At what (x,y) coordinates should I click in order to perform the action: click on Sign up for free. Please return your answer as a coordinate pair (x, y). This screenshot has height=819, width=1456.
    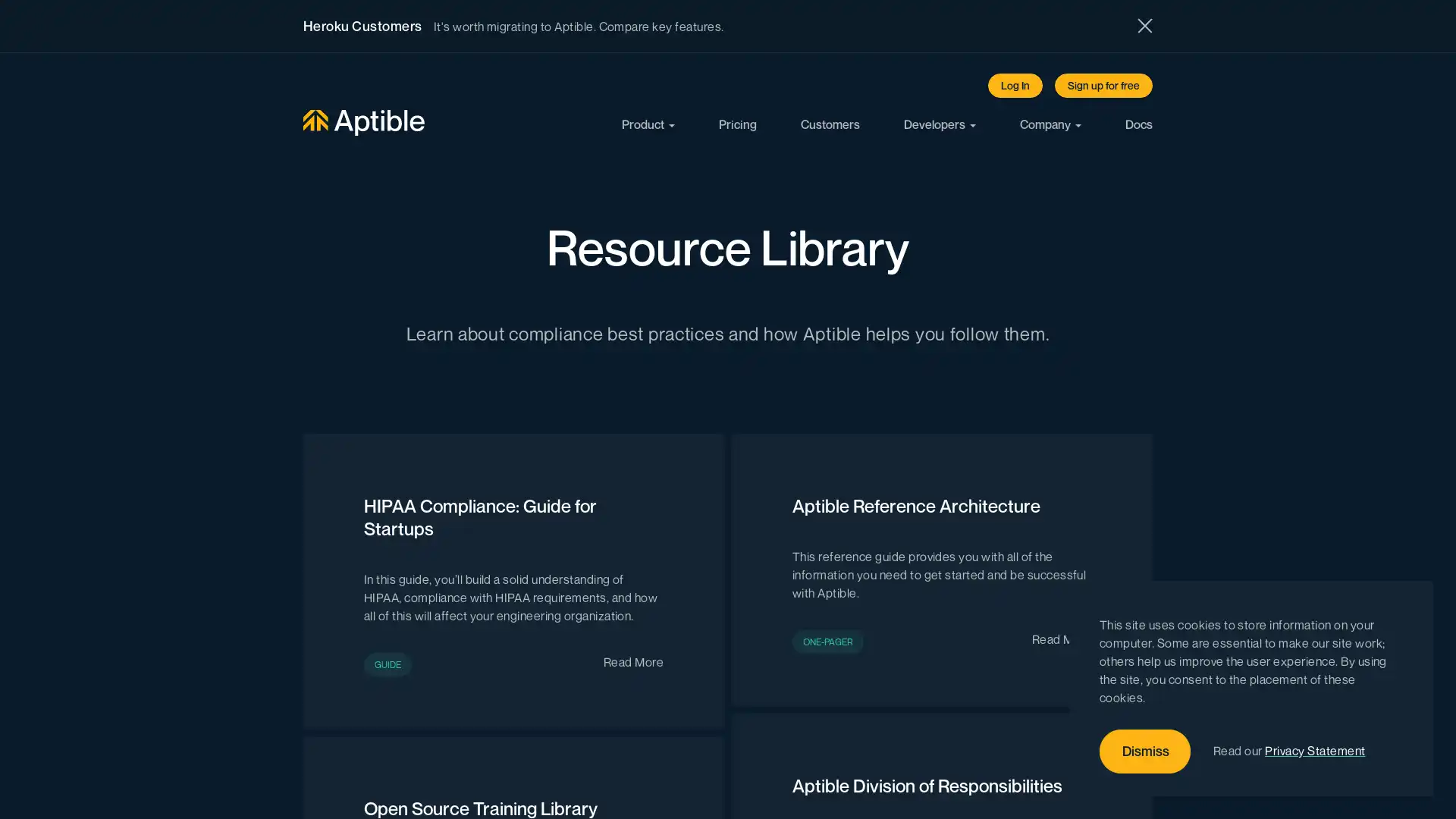
    Looking at the image, I should click on (1103, 85).